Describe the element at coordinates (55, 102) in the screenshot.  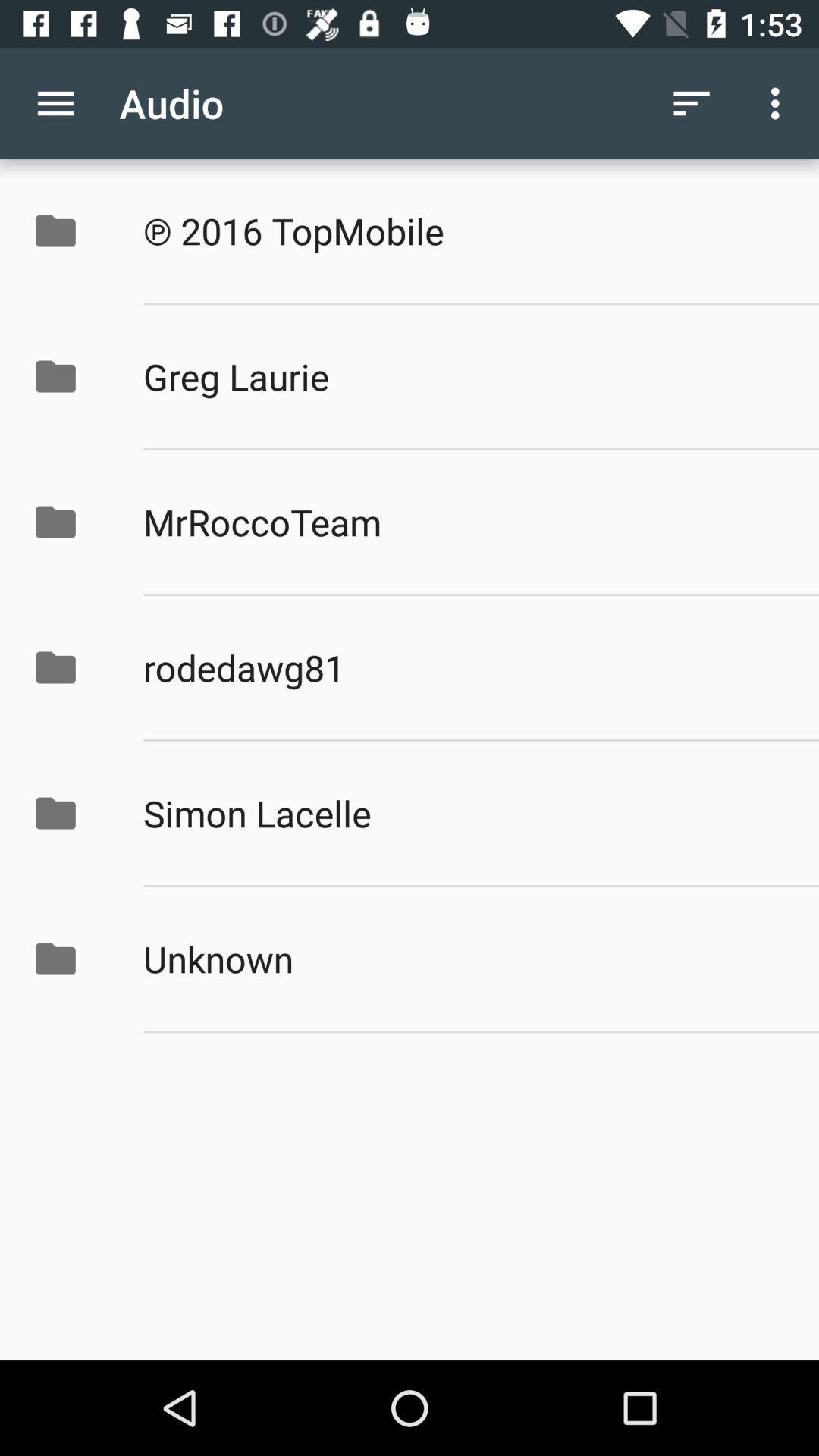
I see `icon to the left of the audio` at that location.